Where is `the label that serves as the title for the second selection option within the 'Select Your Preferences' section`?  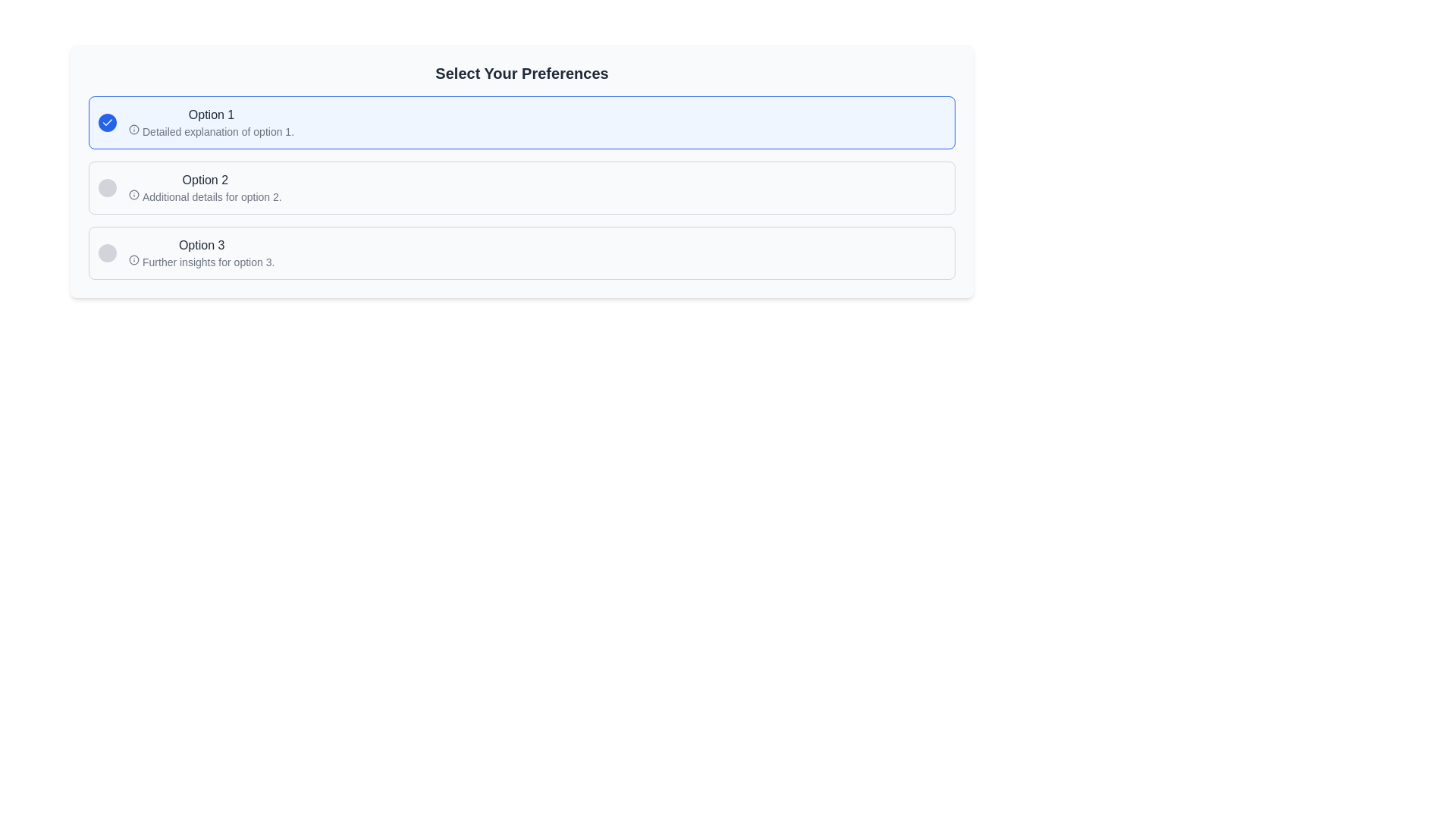 the label that serves as the title for the second selection option within the 'Select Your Preferences' section is located at coordinates (204, 180).